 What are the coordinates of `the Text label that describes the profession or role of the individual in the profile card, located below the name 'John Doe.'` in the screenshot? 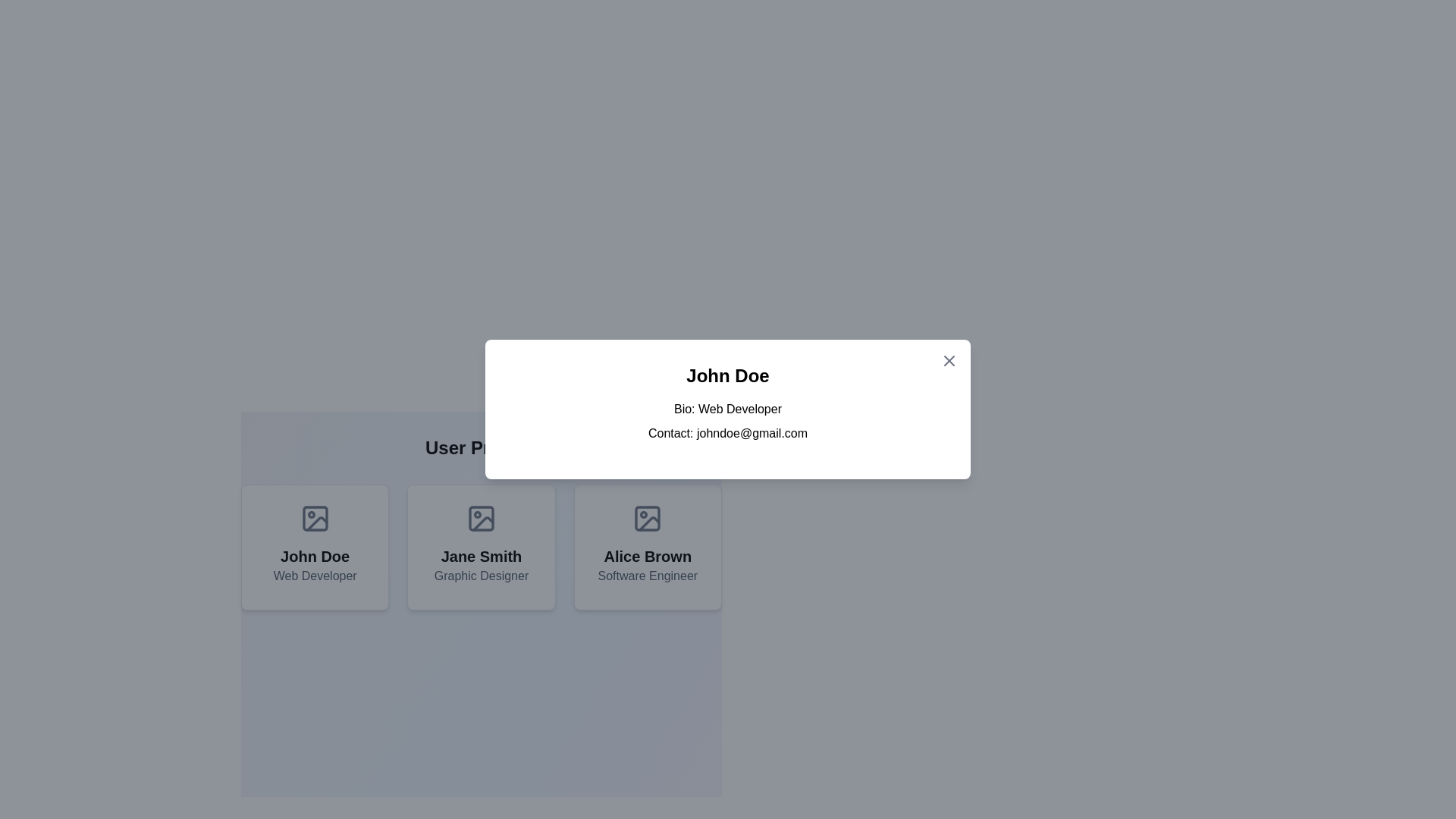 It's located at (314, 576).